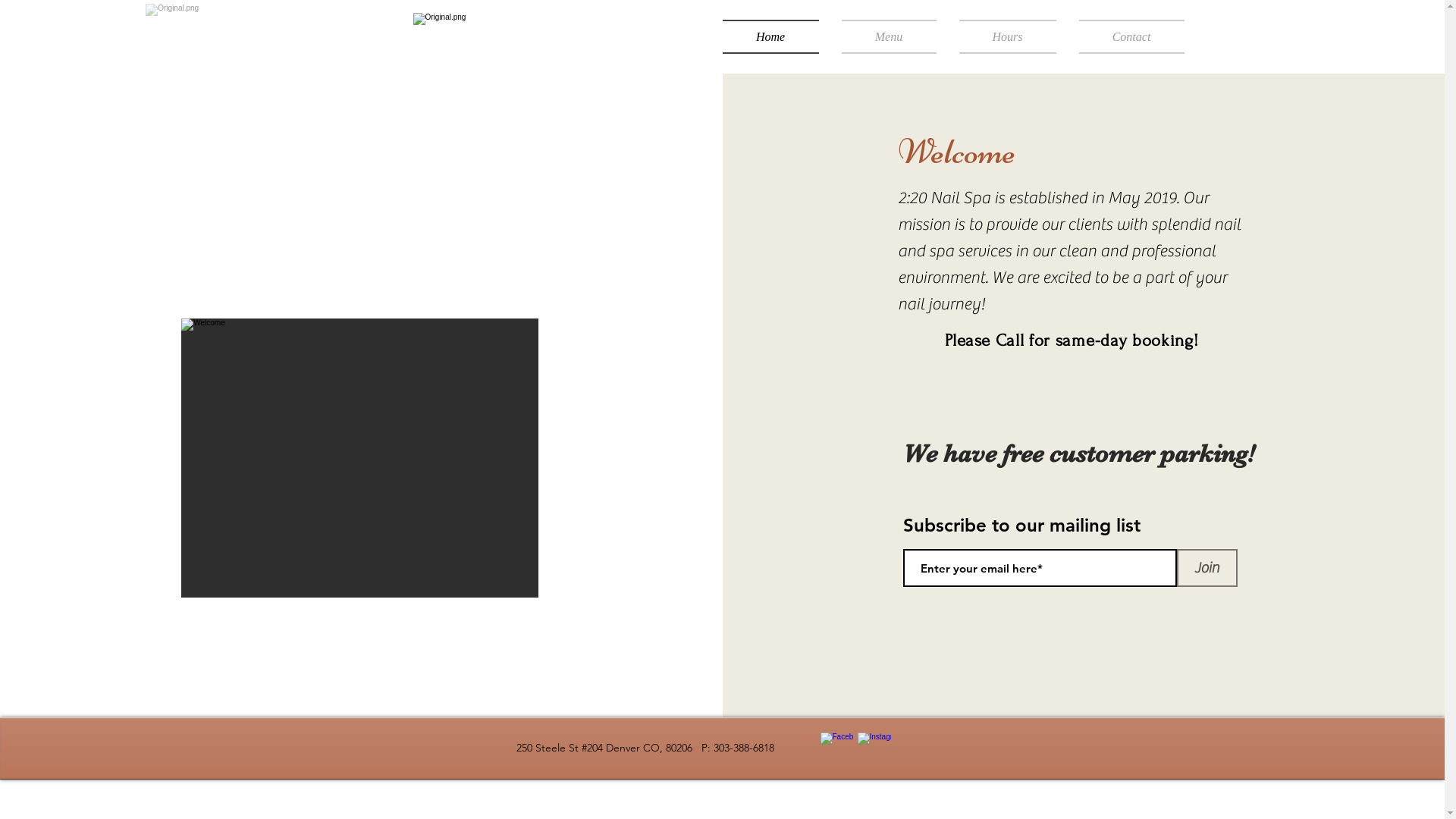 The width and height of the screenshot is (1456, 819). Describe the element at coordinates (888, 36) in the screenshot. I see `'Menu'` at that location.